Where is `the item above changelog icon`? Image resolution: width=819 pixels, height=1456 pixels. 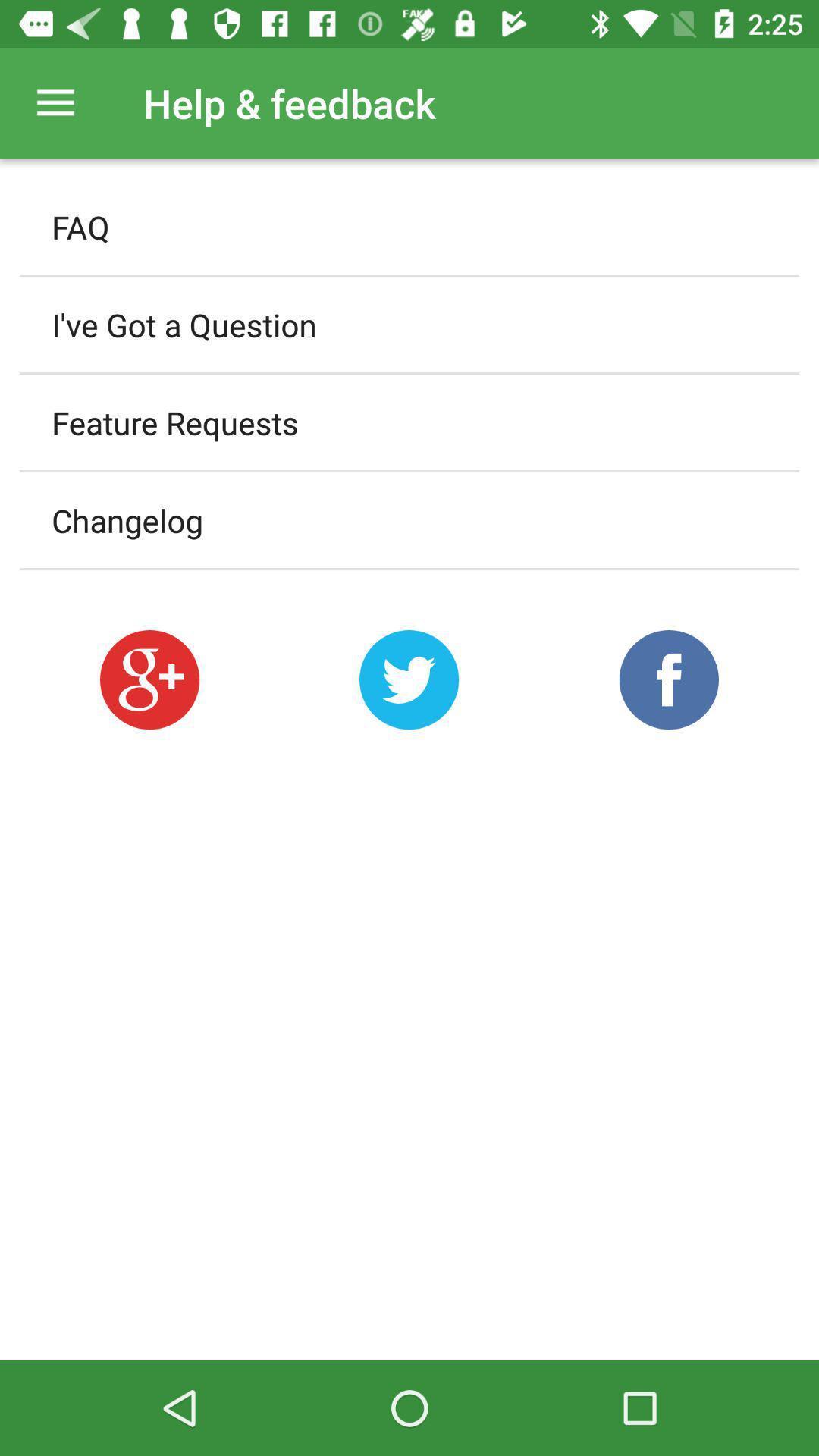
the item above changelog icon is located at coordinates (409, 422).